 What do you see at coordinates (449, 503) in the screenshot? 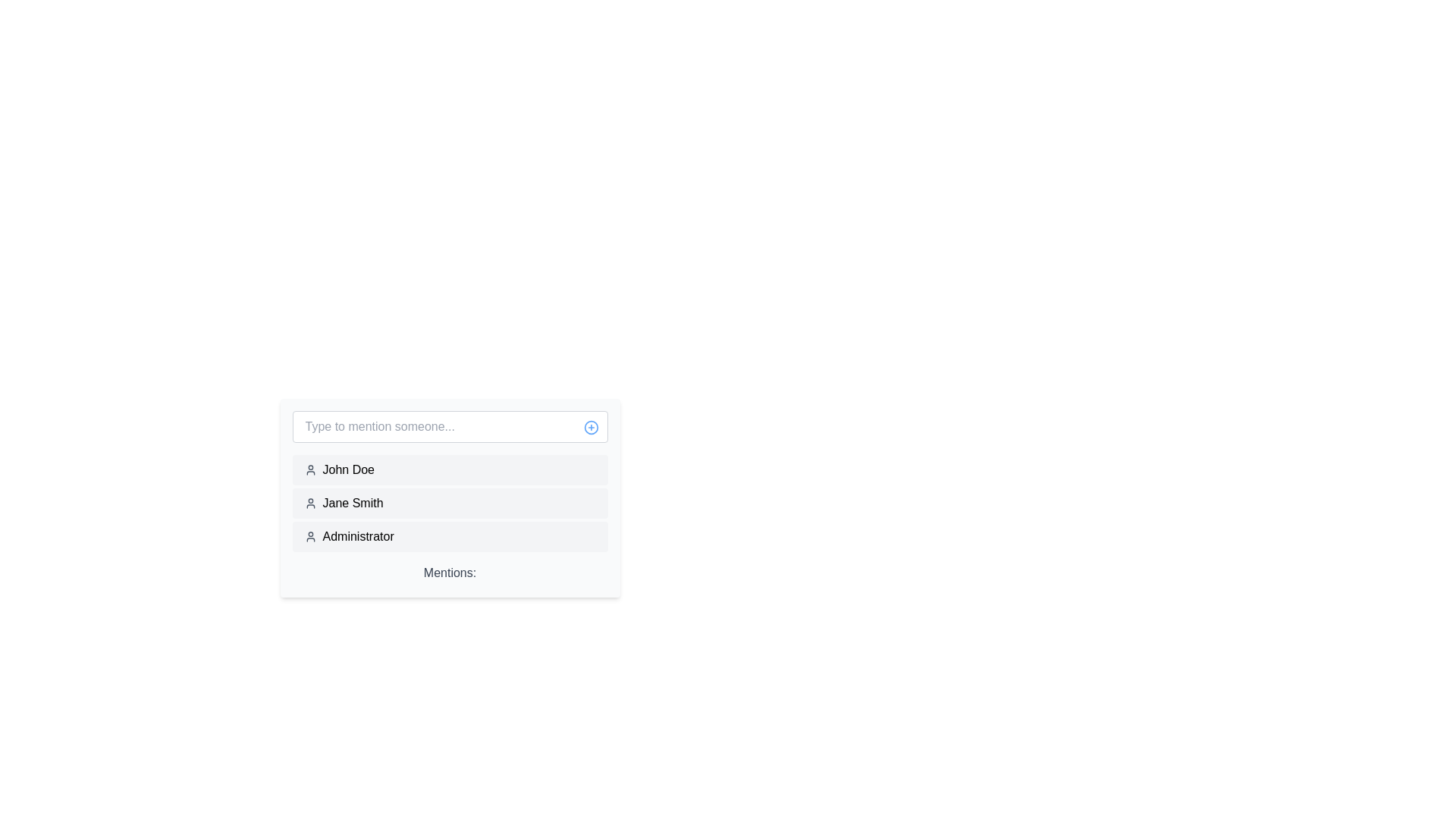
I see `the highlighted list item in the dropdown menu labeled 'Jane Smith'` at bounding box center [449, 503].